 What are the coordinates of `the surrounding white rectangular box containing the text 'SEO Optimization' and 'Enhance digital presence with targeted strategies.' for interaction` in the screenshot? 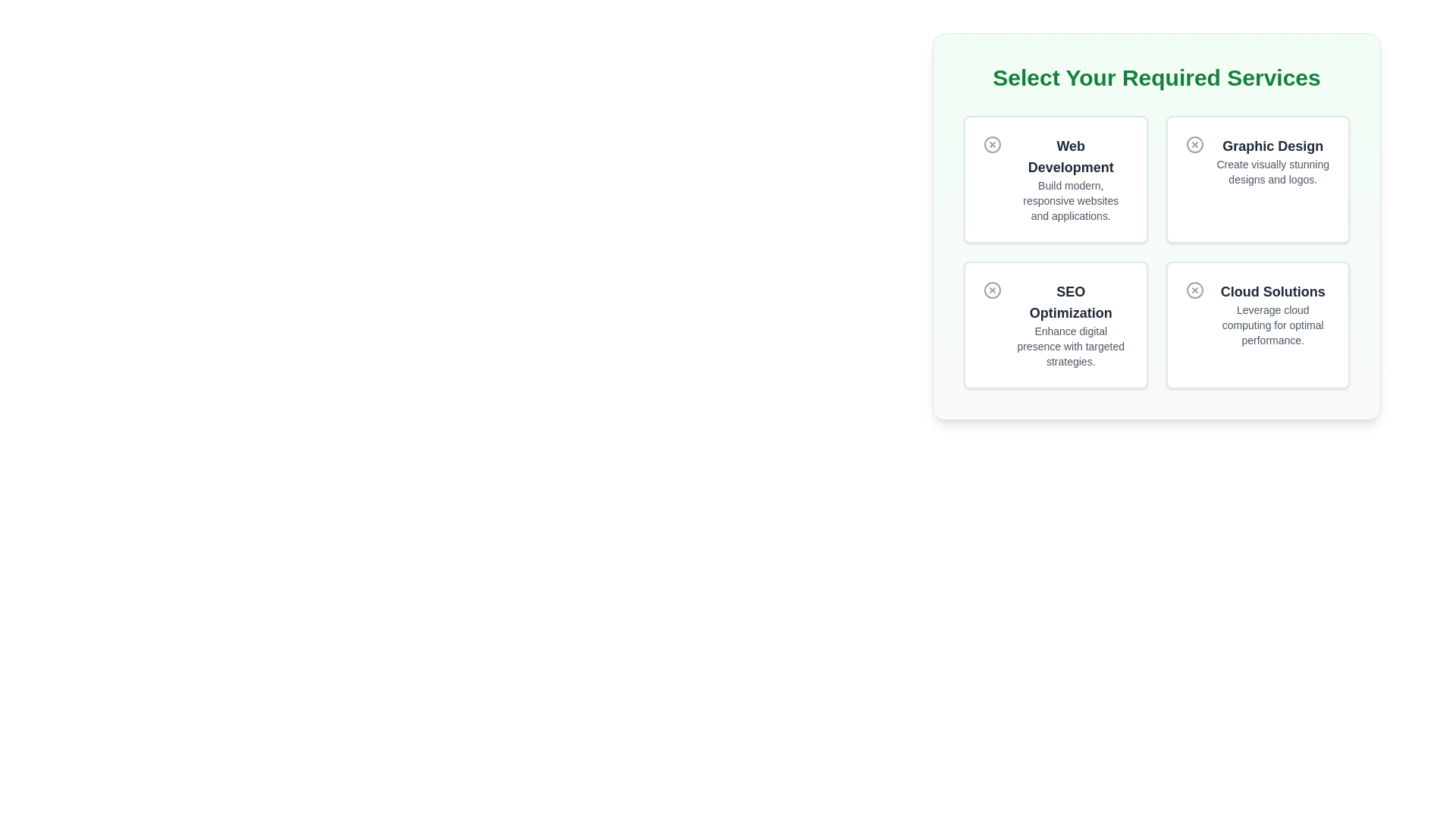 It's located at (1070, 324).